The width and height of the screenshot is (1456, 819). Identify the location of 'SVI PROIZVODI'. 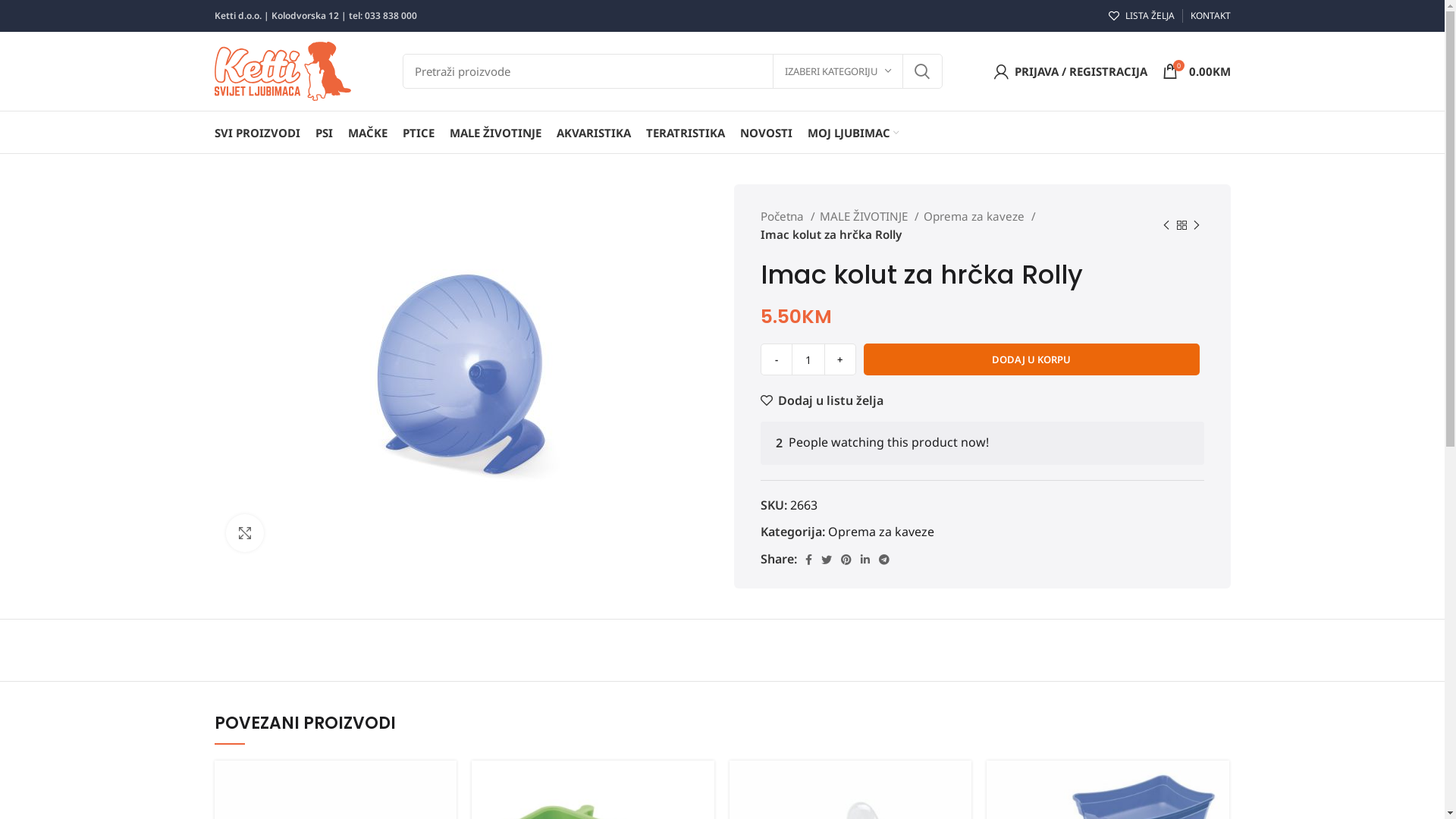
(256, 130).